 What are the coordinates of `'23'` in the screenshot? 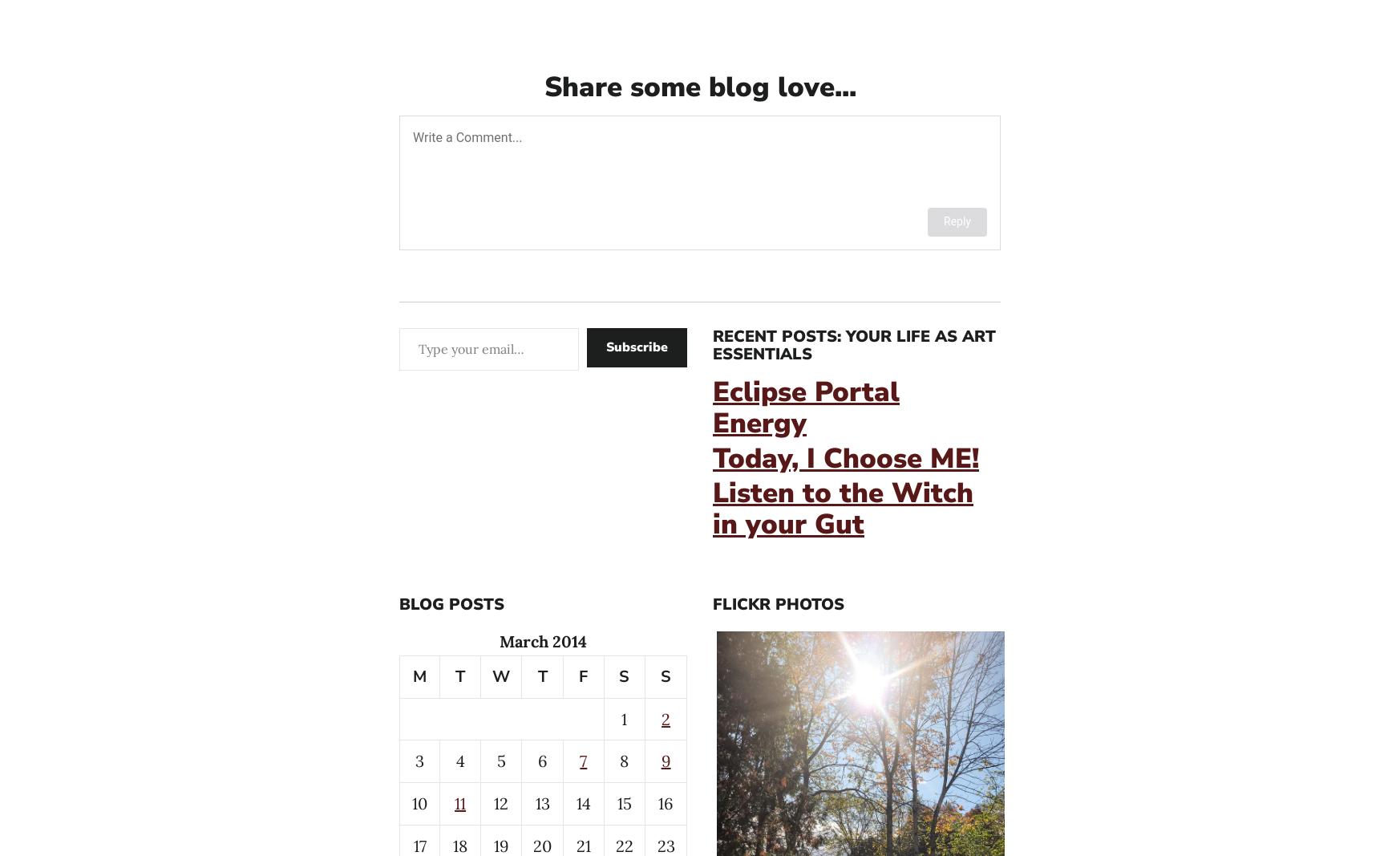 It's located at (666, 845).